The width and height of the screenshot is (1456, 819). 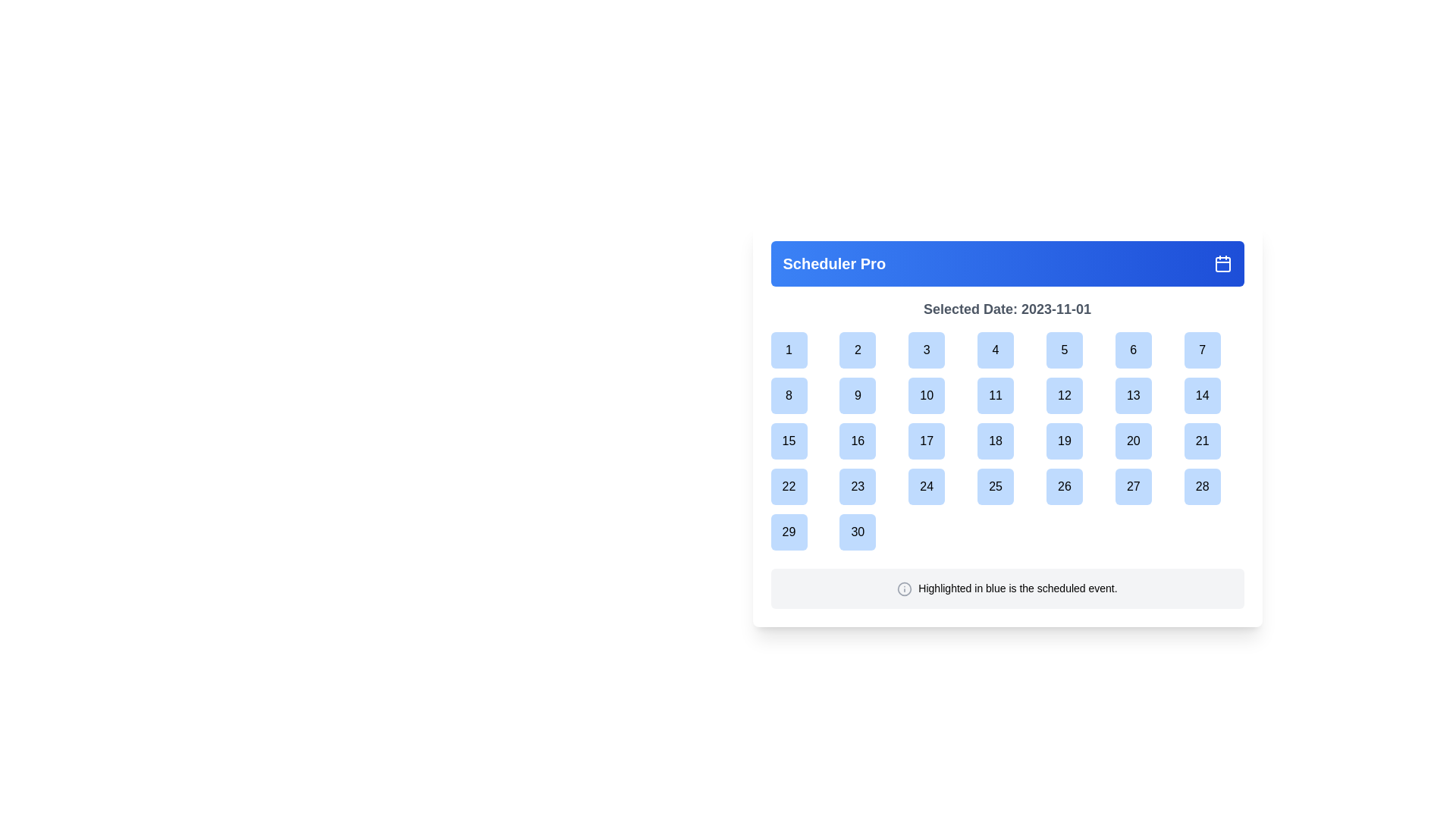 I want to click on the content of the tooltip that appears below the date cell labeled '23' in the calendar interface, which displays the text 'No Event', so click(x=871, y=516).